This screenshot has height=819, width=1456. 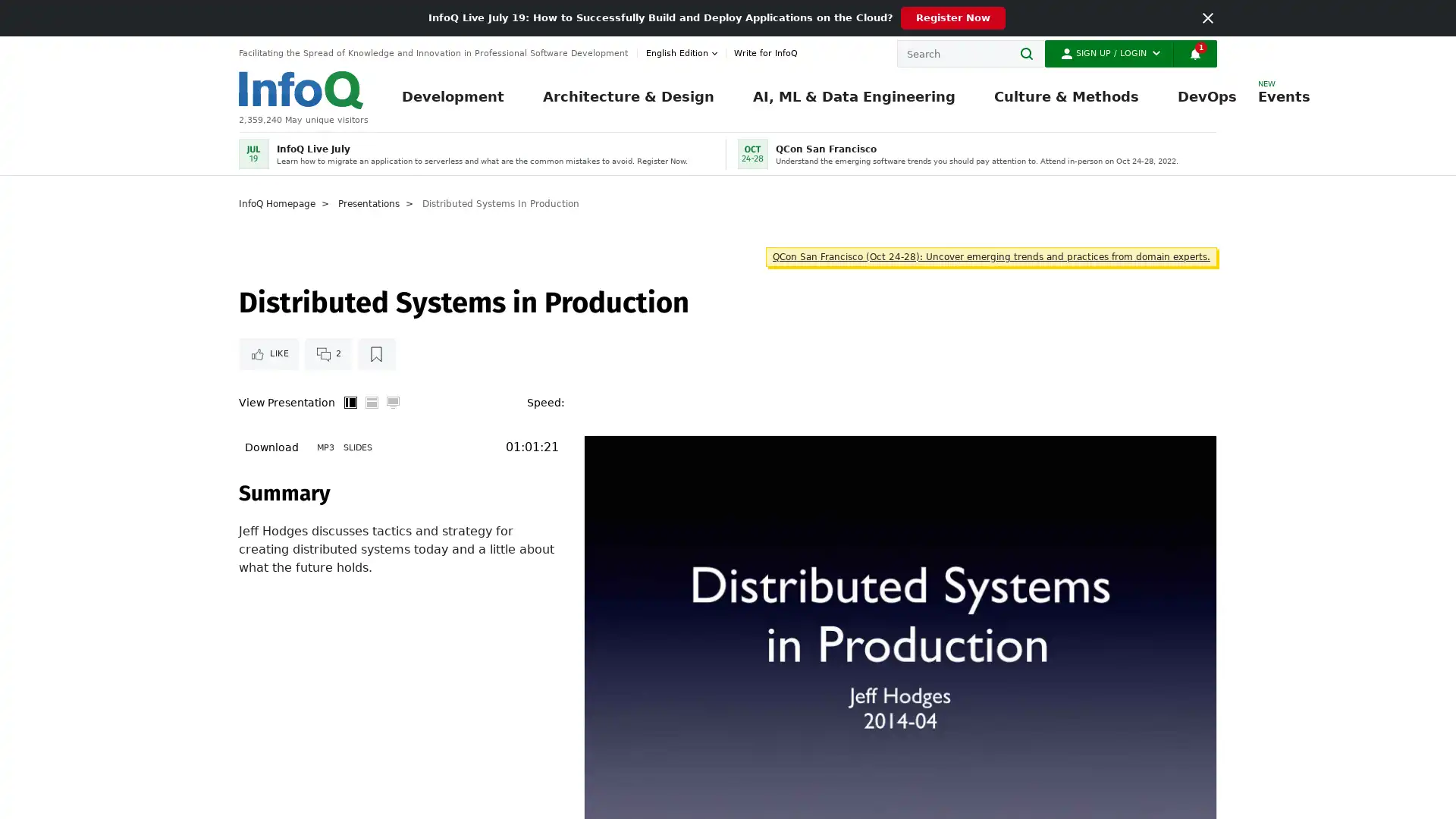 What do you see at coordinates (268, 369) in the screenshot?
I see `Like` at bounding box center [268, 369].